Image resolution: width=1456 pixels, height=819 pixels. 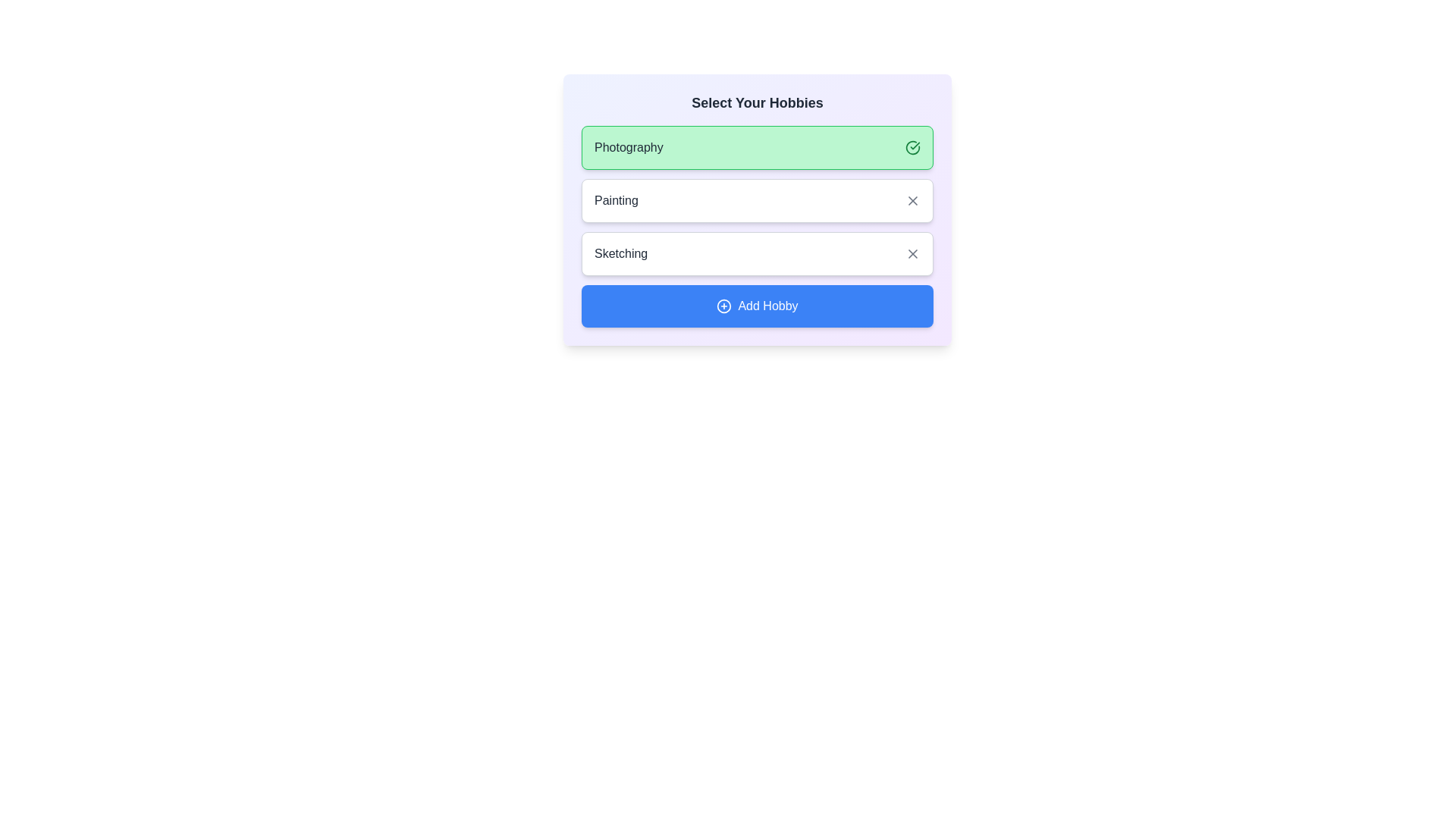 What do you see at coordinates (757, 306) in the screenshot?
I see `the 'Add Hobby' button to add a new chip` at bounding box center [757, 306].